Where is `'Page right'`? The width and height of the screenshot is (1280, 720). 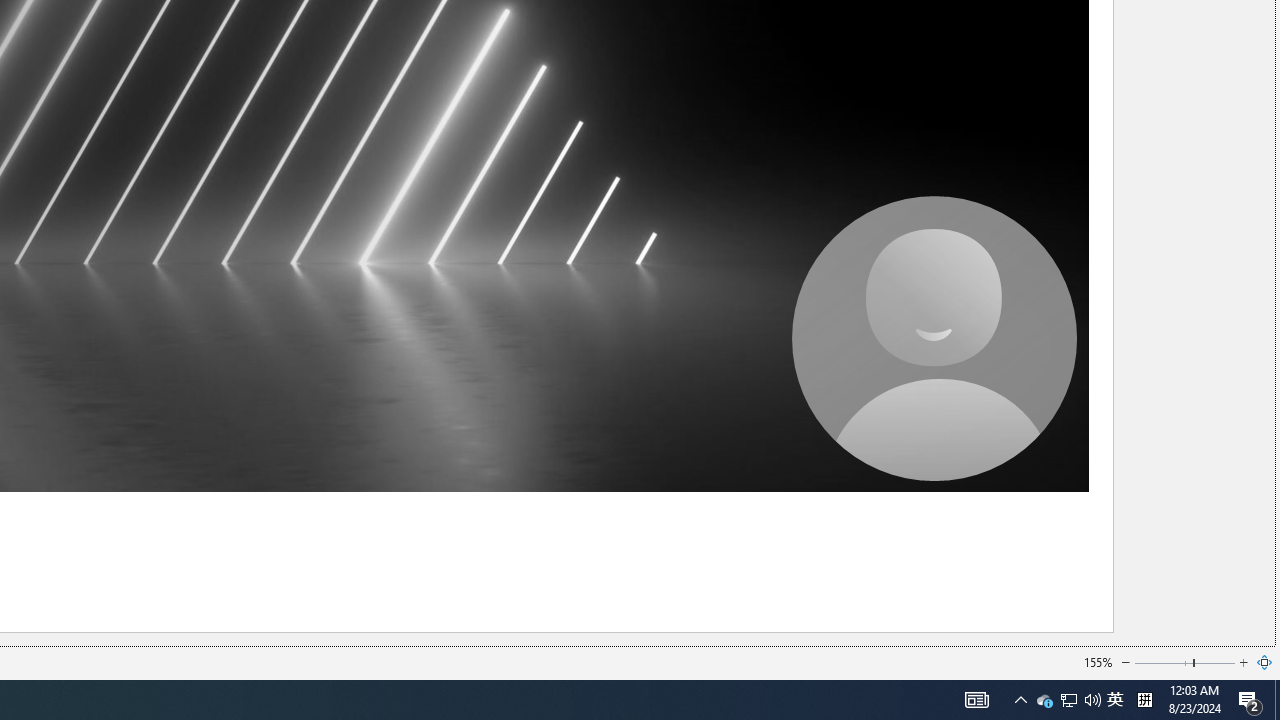
'Page right' is located at coordinates (1214, 663).